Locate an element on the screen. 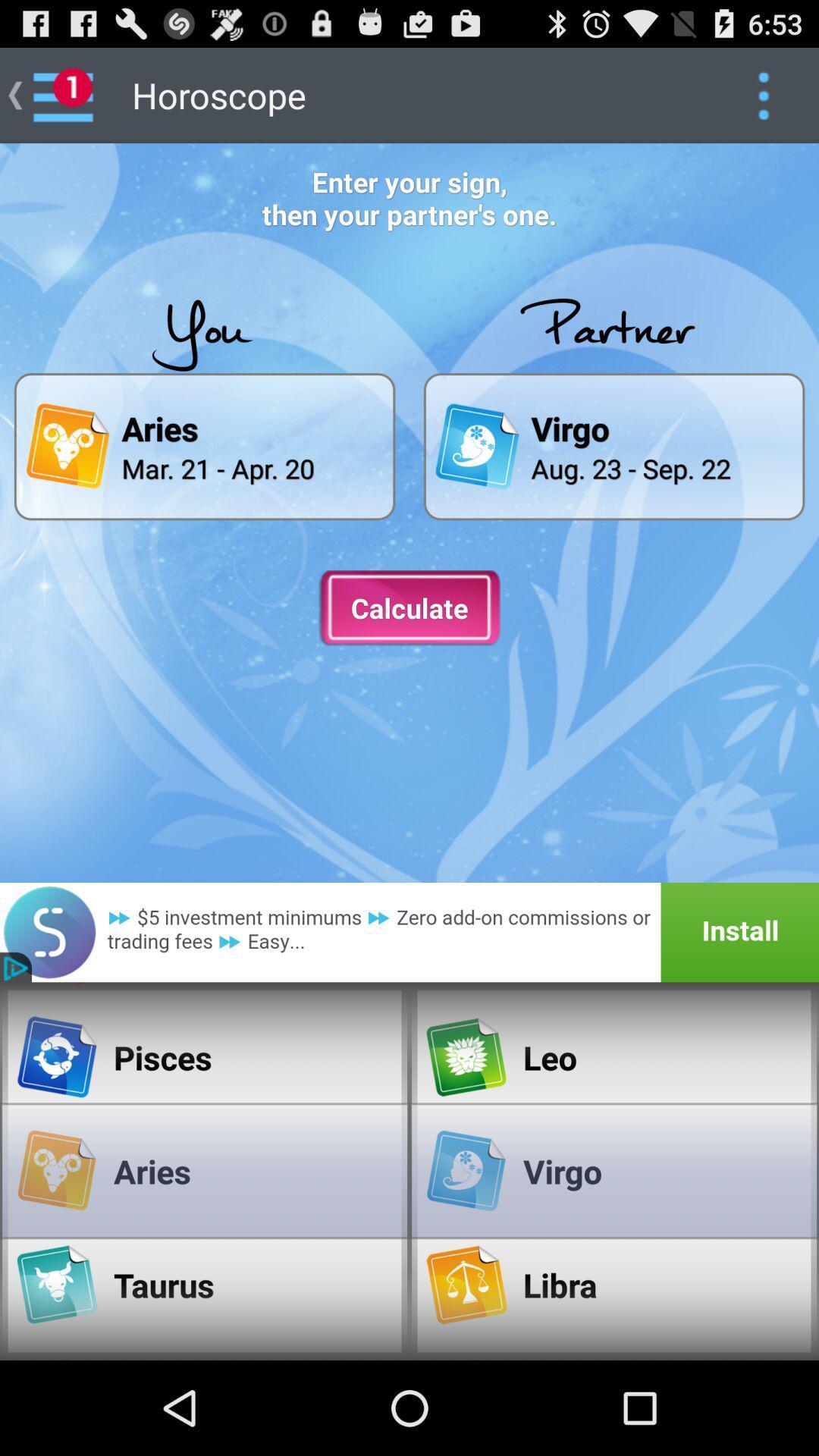  the item to the right of the horoscope item is located at coordinates (763, 94).